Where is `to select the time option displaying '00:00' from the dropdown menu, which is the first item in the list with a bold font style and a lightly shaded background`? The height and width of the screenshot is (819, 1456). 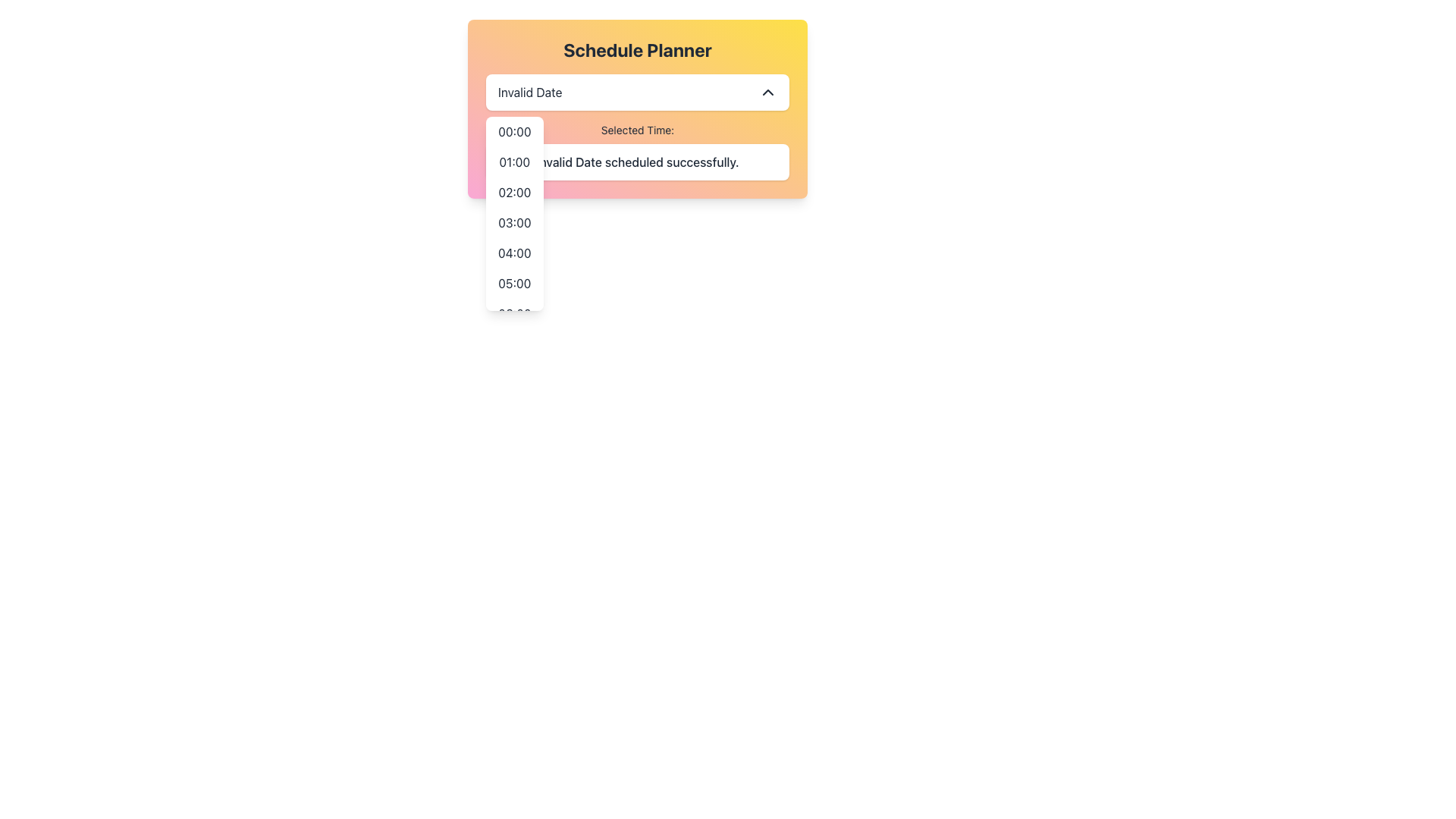
to select the time option displaying '00:00' from the dropdown menu, which is the first item in the list with a bold font style and a lightly shaded background is located at coordinates (514, 130).